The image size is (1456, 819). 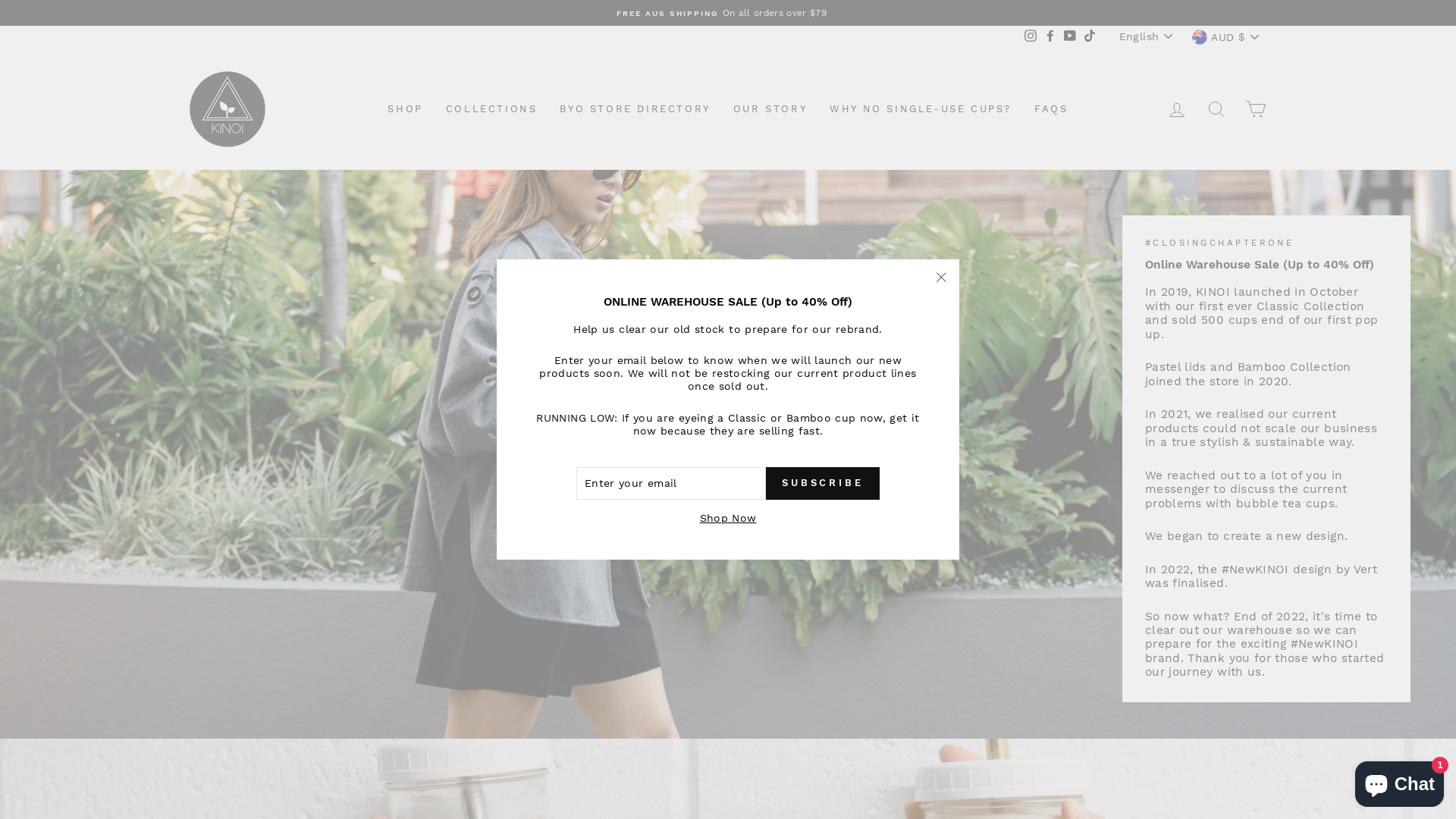 I want to click on 'BYO STORE DIRECTORY', so click(x=634, y=108).